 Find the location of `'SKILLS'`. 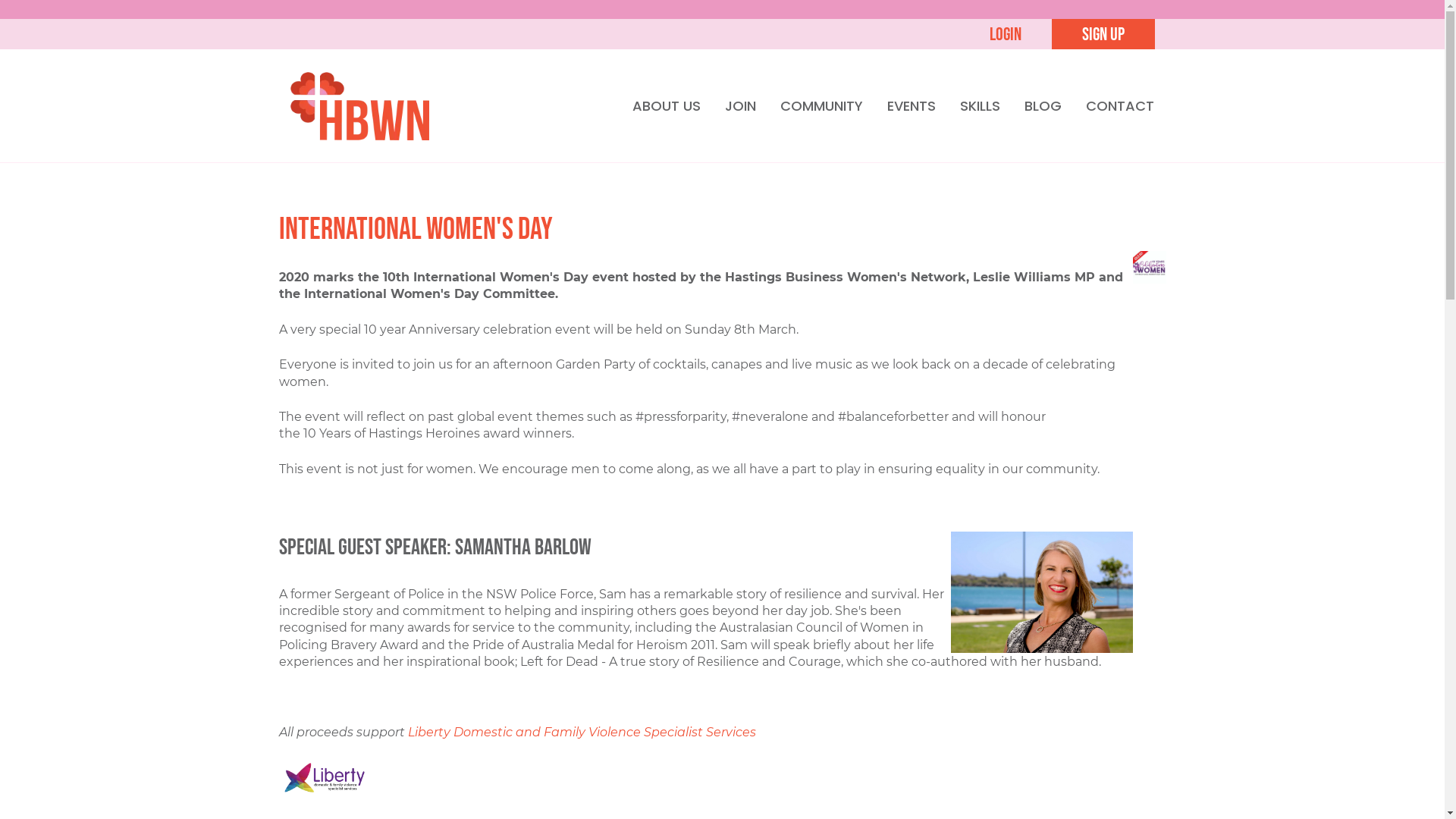

'SKILLS' is located at coordinates (979, 105).